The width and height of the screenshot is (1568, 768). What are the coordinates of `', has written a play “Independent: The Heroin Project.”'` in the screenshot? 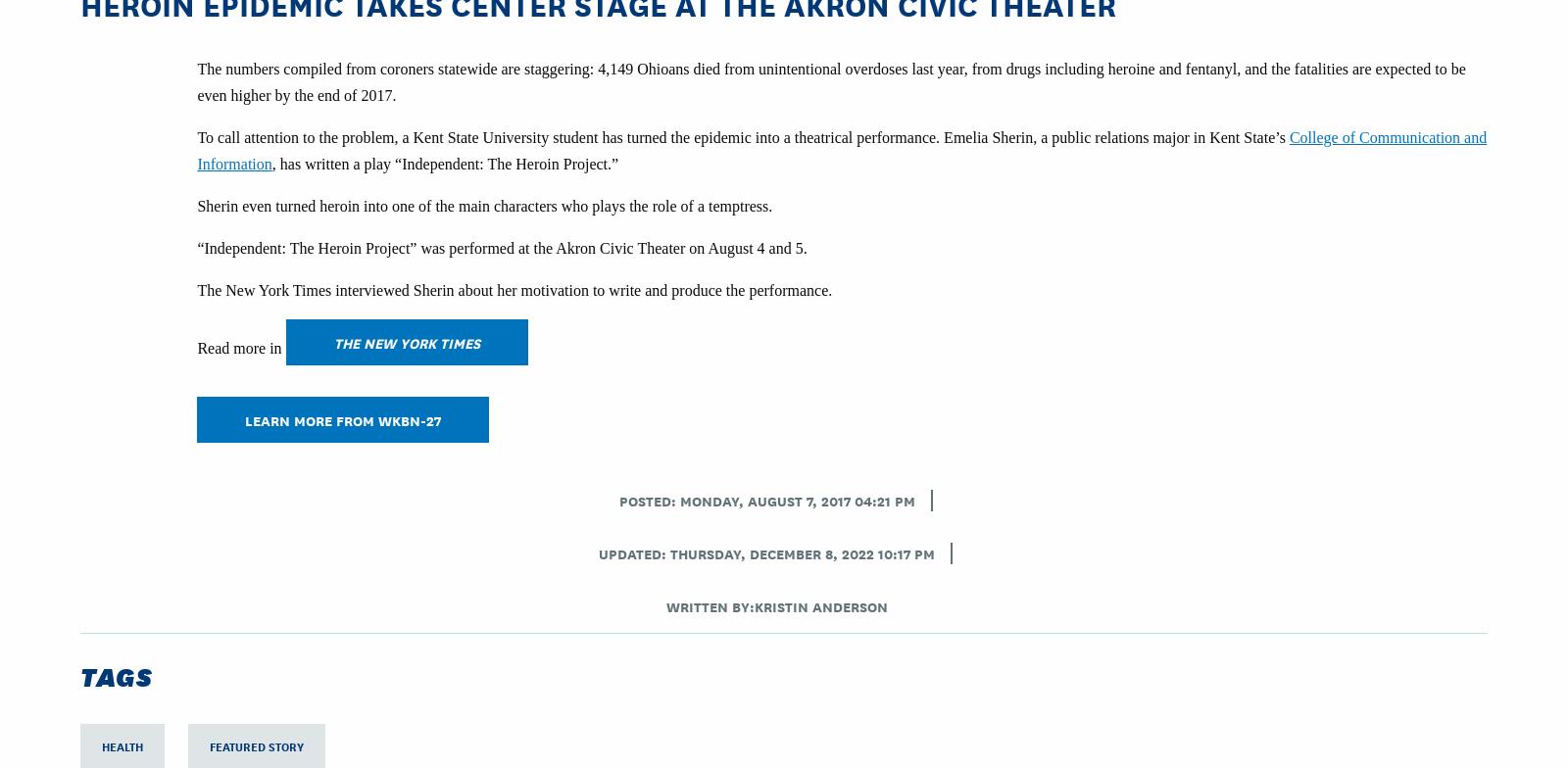 It's located at (270, 164).